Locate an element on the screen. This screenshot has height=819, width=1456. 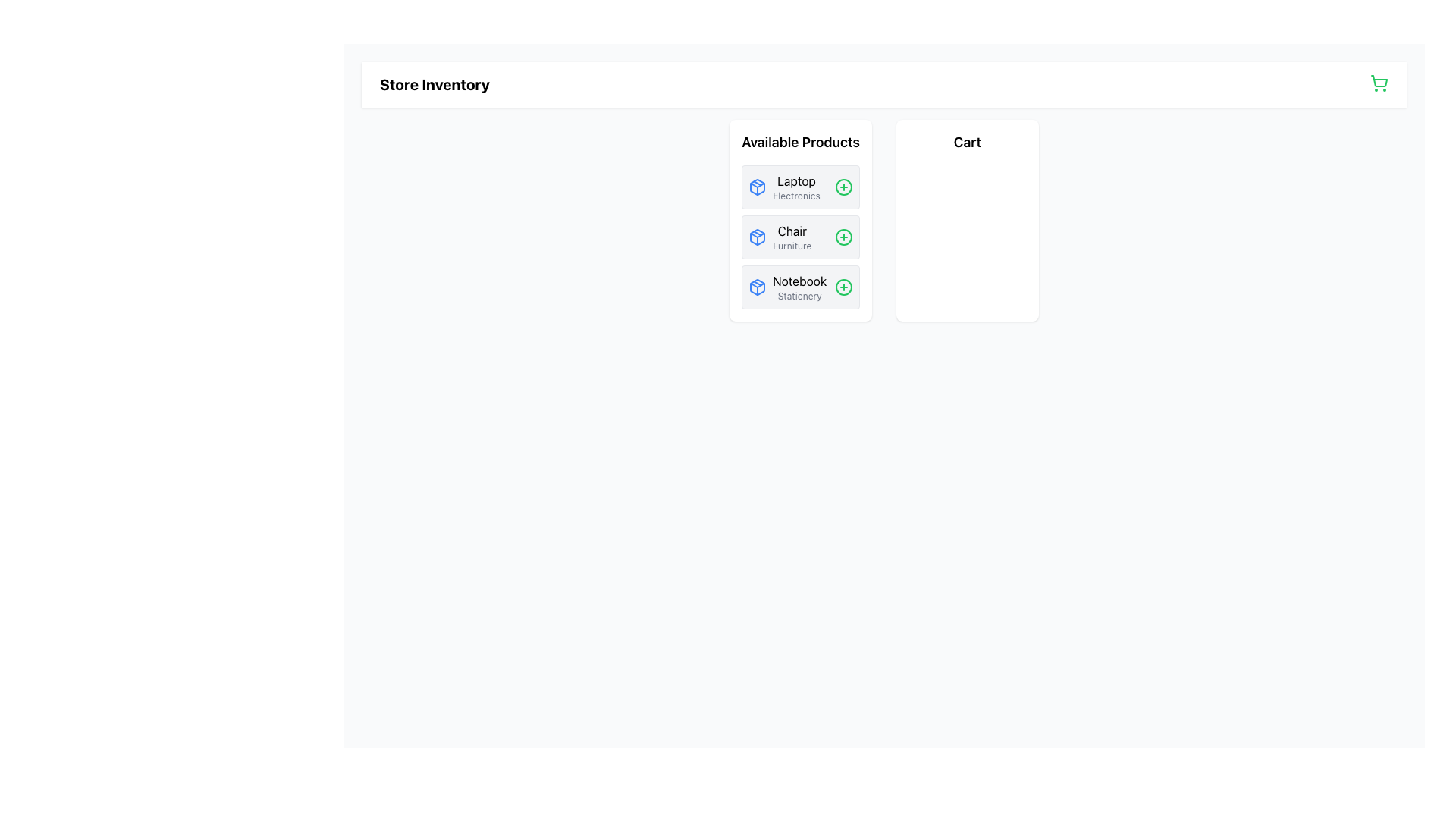
the 'Chair' text label, which is the middle item in the 'Available Products' column, positioned between 'Laptop Electronics' and 'Notebook Stationery' is located at coordinates (791, 237).